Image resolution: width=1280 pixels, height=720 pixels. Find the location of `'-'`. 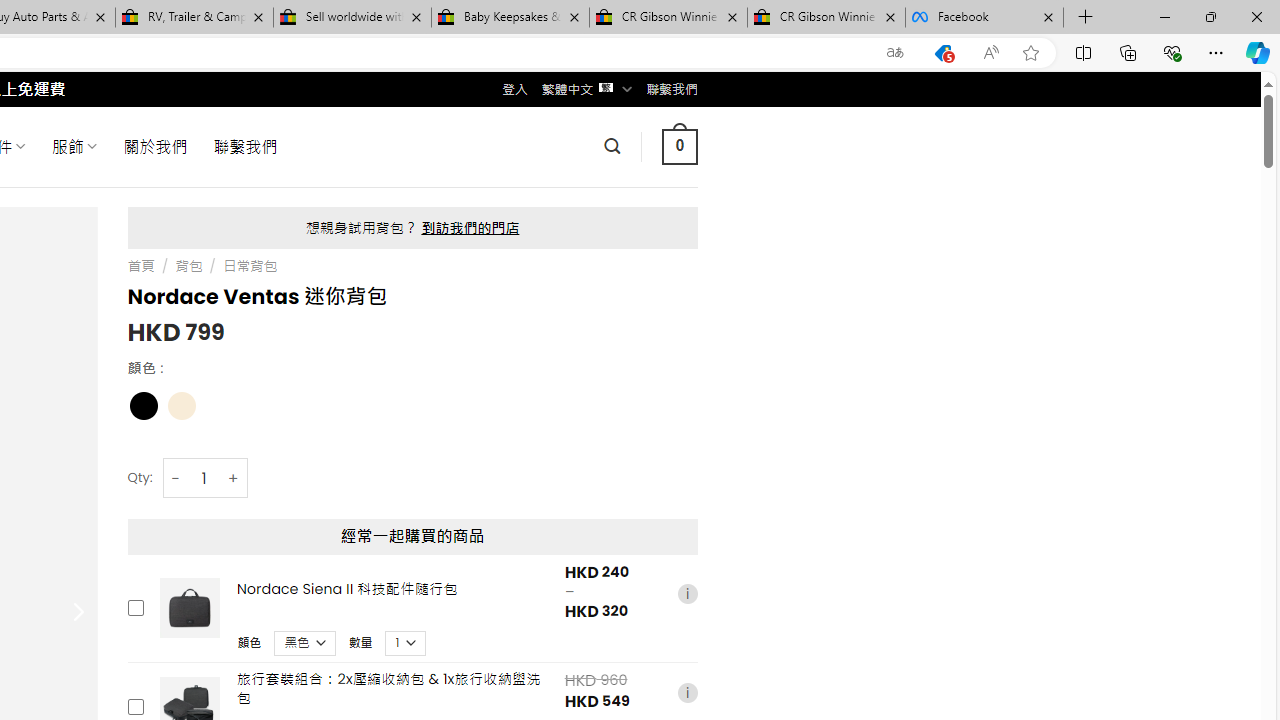

'-' is located at coordinates (176, 478).